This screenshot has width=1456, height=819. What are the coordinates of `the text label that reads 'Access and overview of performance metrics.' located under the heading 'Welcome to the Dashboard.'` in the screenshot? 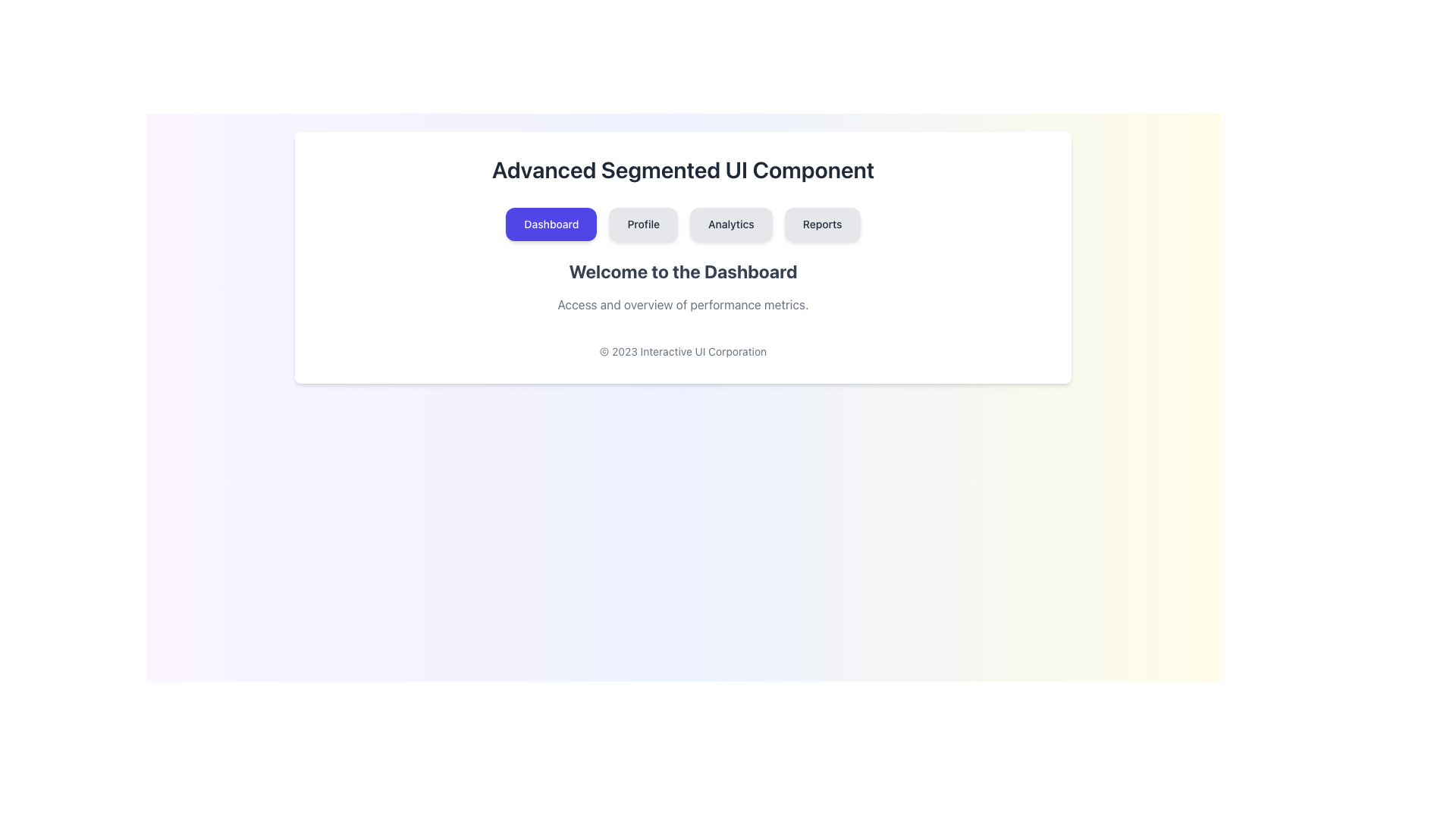 It's located at (682, 304).